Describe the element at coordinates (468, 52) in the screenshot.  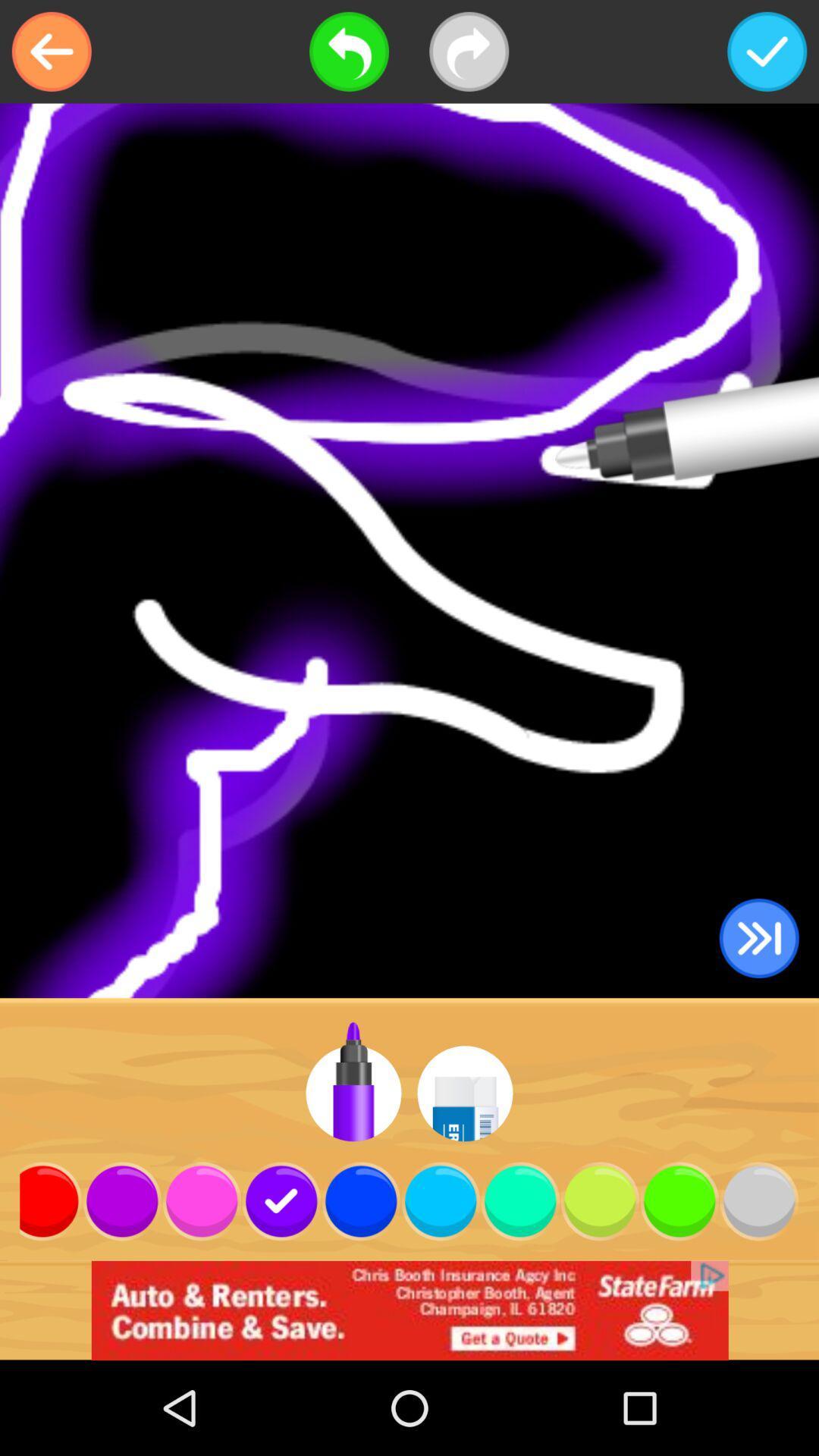
I see `redo` at that location.